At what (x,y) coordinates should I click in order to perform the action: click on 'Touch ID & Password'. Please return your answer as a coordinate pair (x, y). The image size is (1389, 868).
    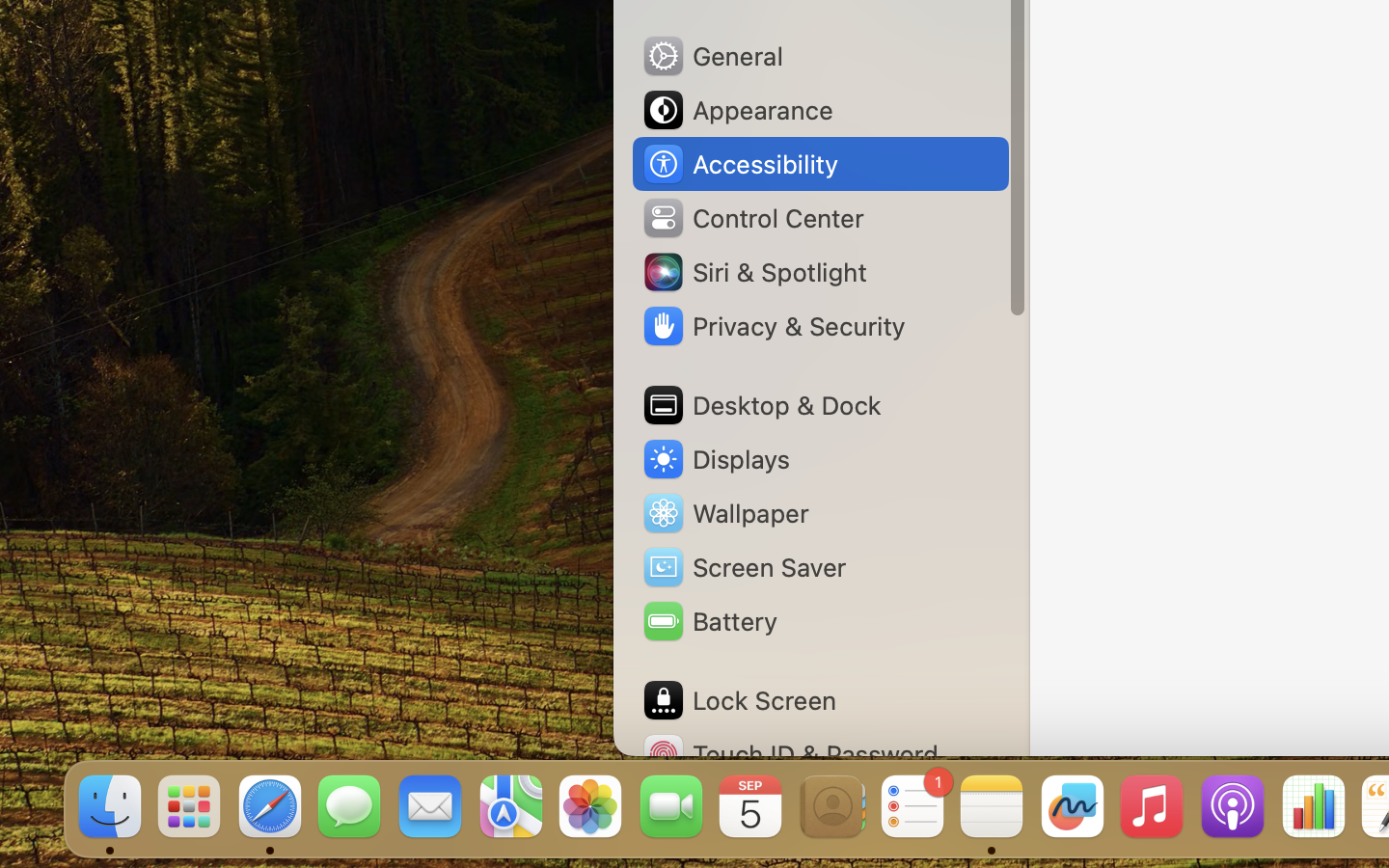
    Looking at the image, I should click on (790, 753).